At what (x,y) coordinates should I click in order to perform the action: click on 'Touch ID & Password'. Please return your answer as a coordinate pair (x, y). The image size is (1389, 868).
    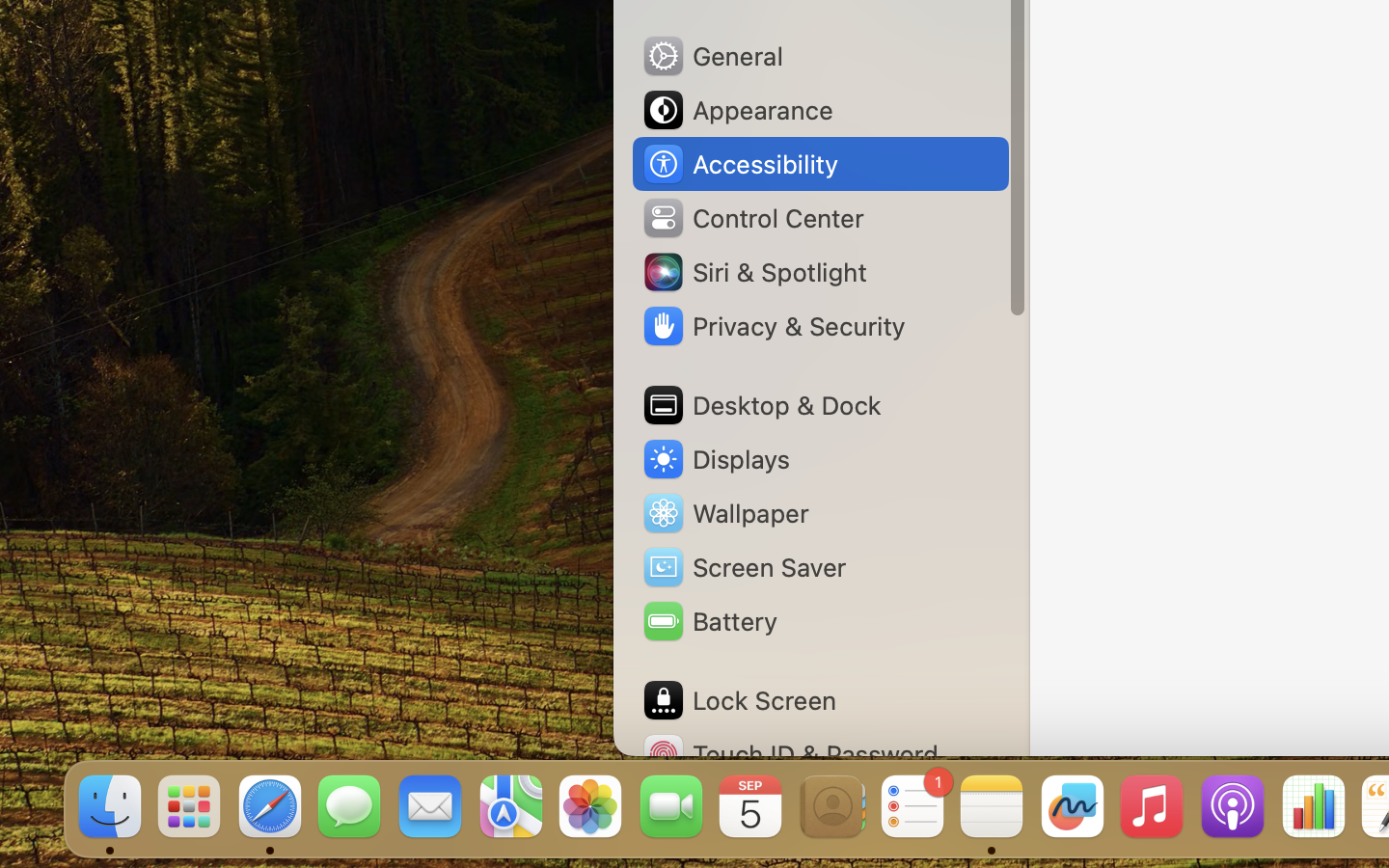
    Looking at the image, I should click on (790, 753).